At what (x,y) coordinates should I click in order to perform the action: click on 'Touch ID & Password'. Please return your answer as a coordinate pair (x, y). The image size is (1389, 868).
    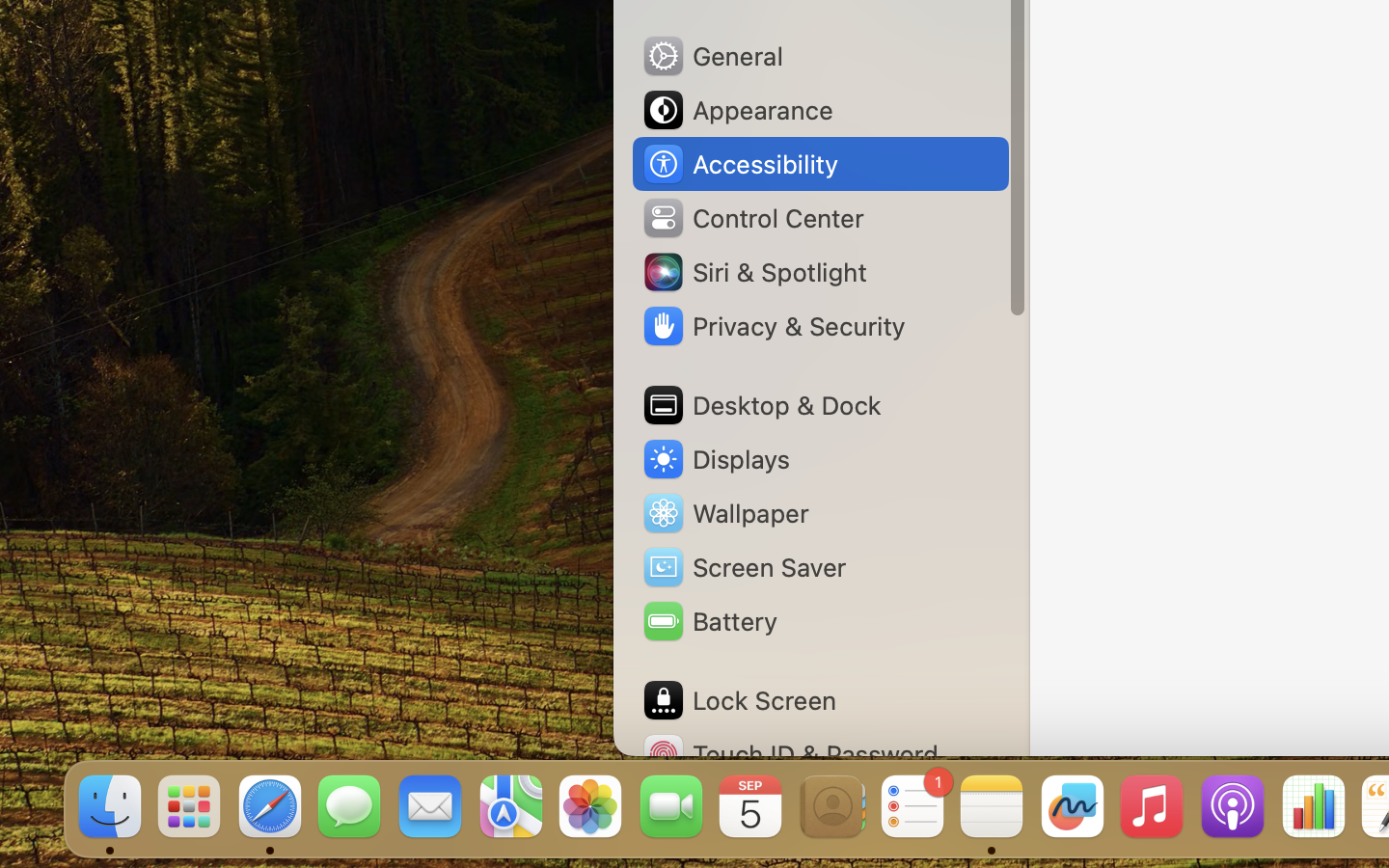
    Looking at the image, I should click on (790, 753).